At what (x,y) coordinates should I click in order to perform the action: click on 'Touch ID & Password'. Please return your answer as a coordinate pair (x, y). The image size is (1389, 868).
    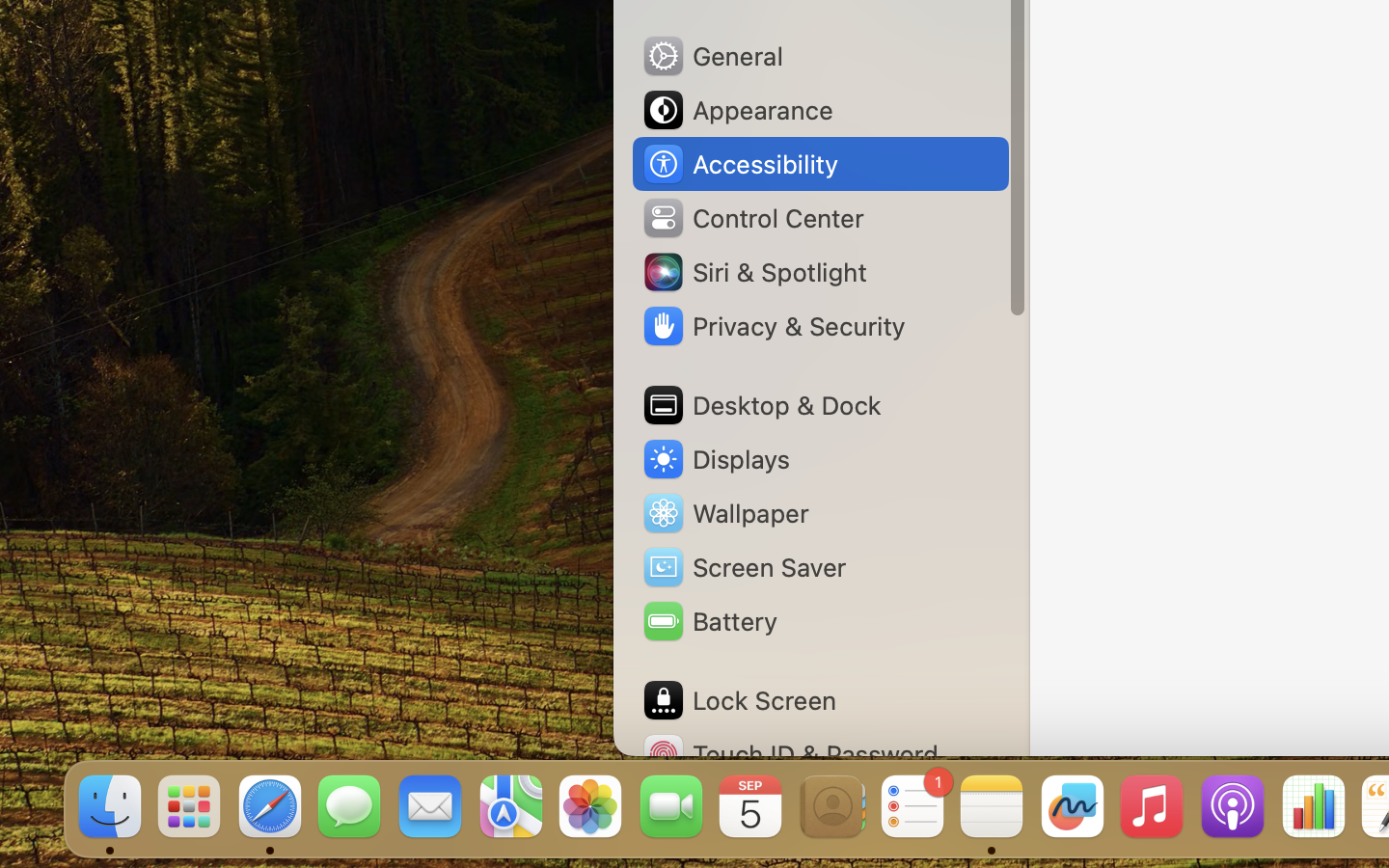
    Looking at the image, I should click on (790, 753).